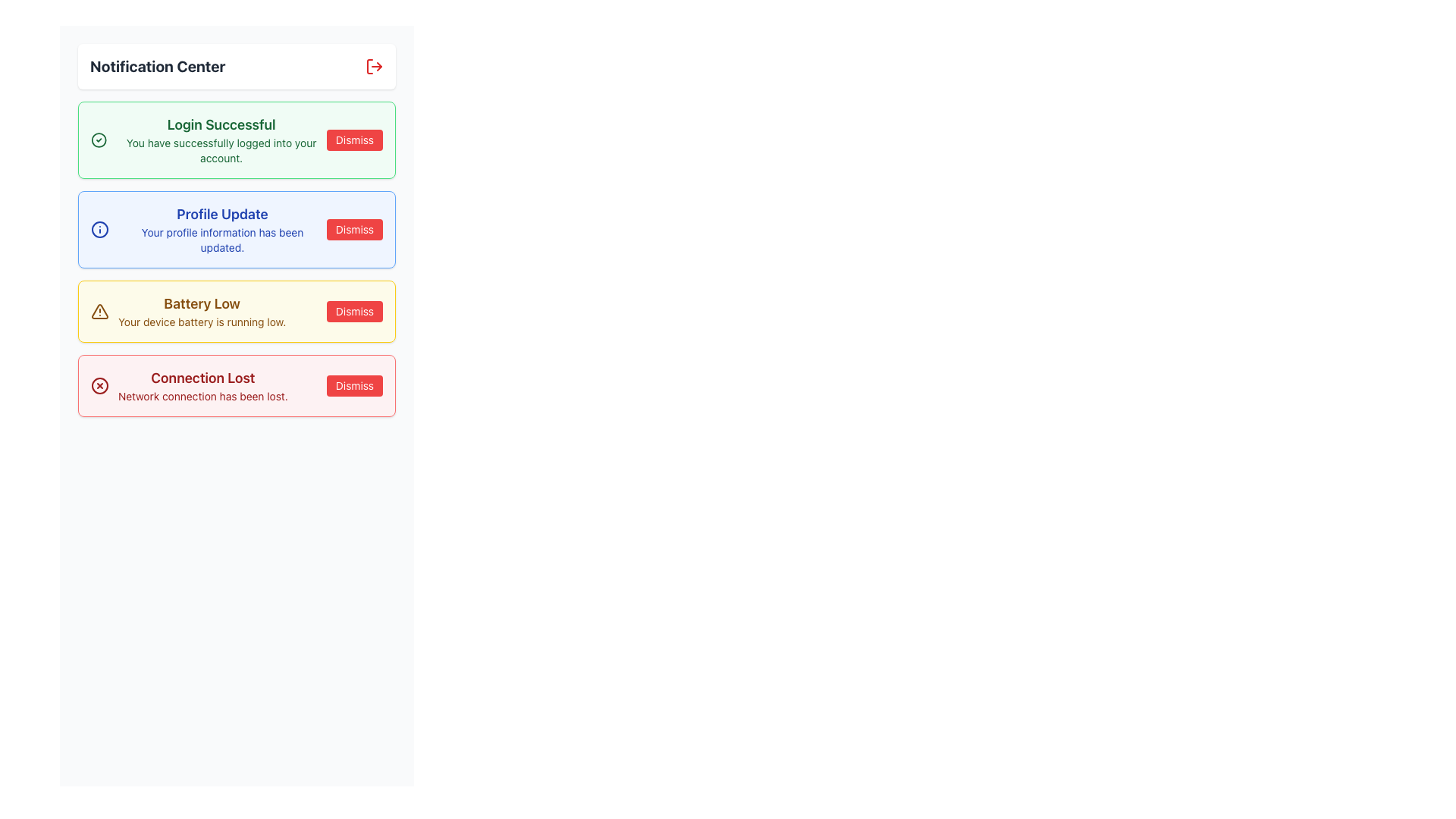  I want to click on the 'Login Successful' heading element, so click(221, 124).